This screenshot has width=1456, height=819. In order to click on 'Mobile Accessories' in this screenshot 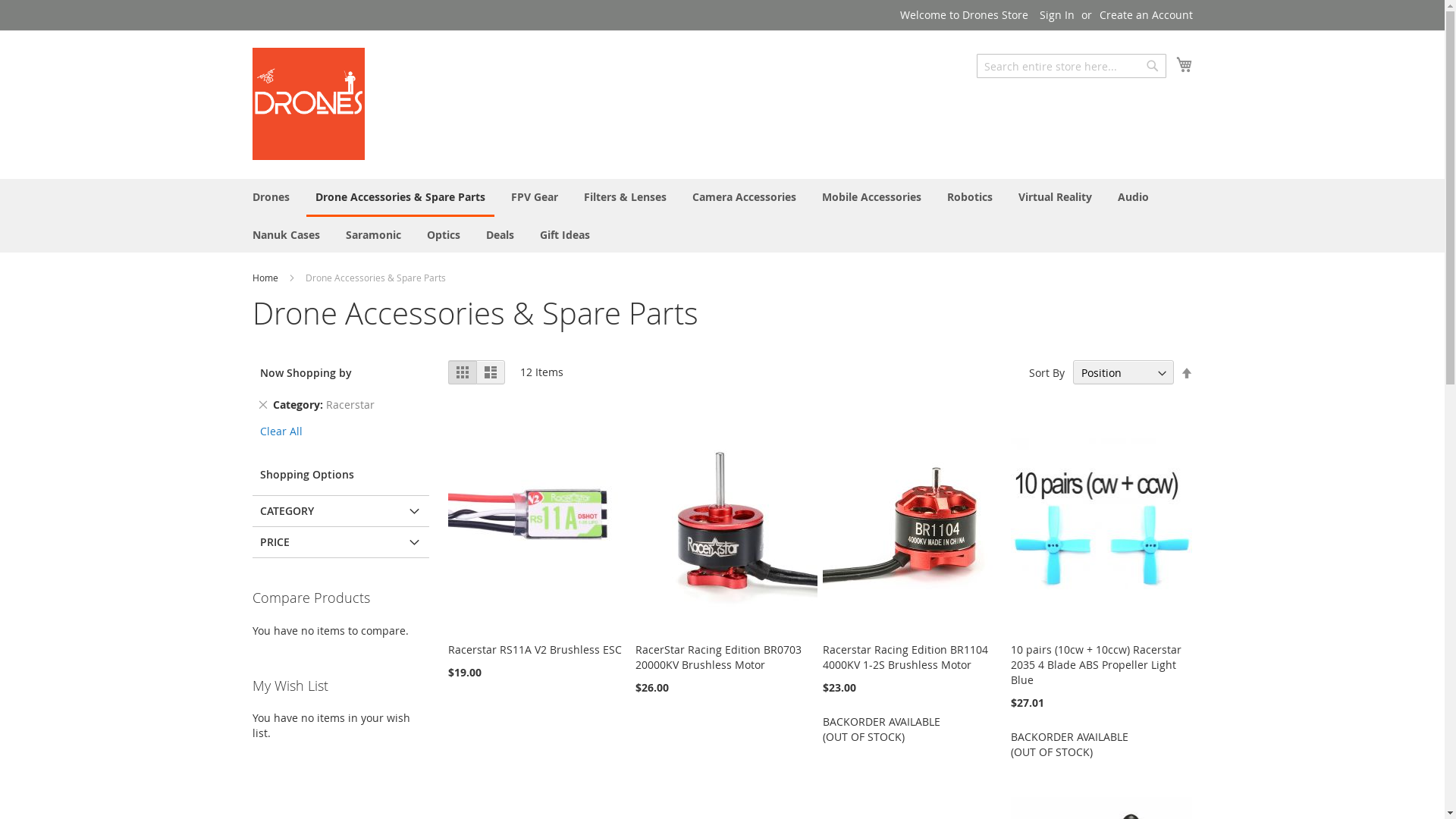, I will do `click(871, 196)`.